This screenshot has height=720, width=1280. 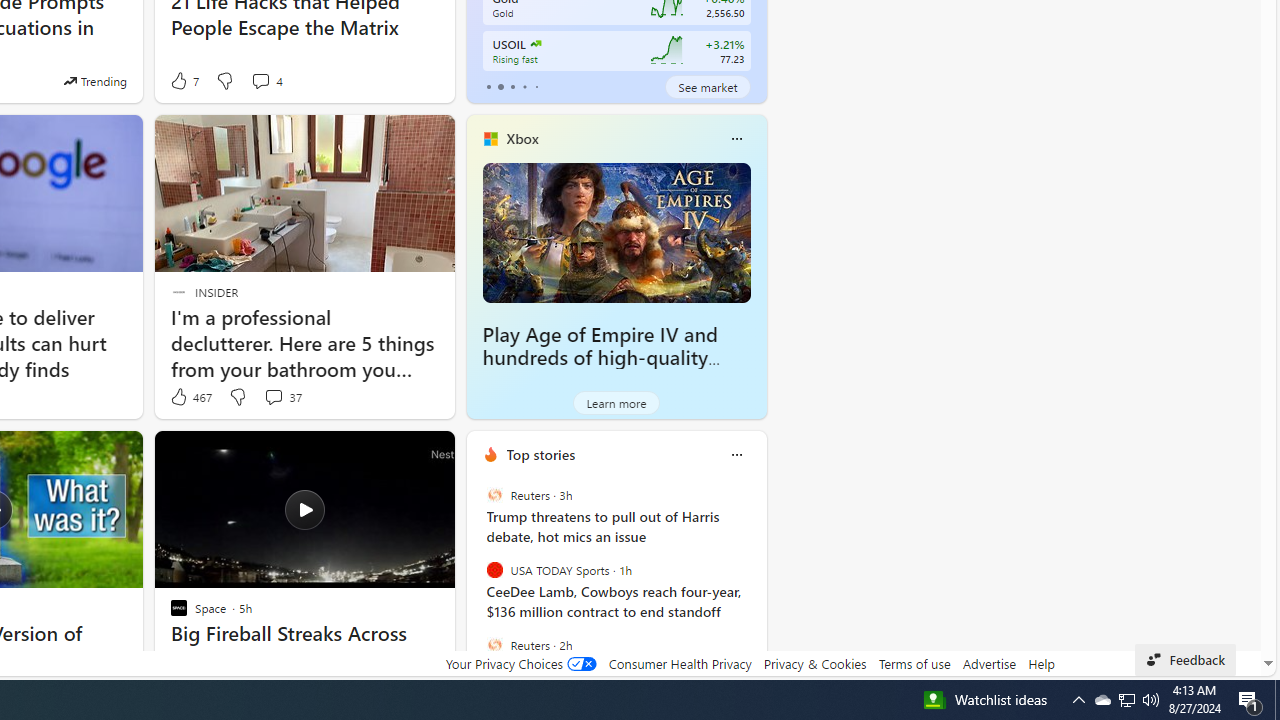 I want to click on 'Consumer Health Privacy', so click(x=680, y=663).